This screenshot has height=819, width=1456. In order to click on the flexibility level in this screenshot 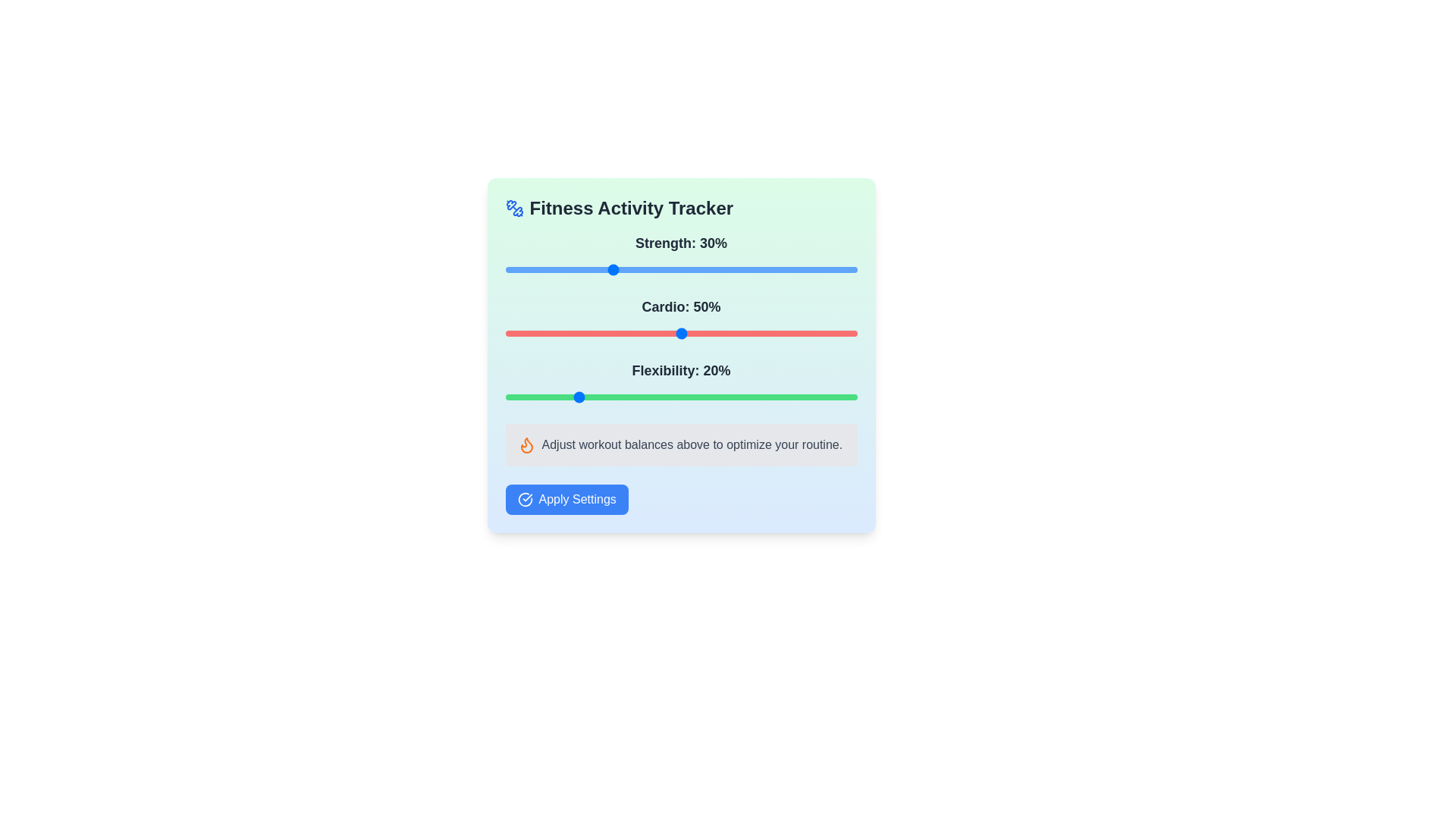, I will do `click(701, 397)`.